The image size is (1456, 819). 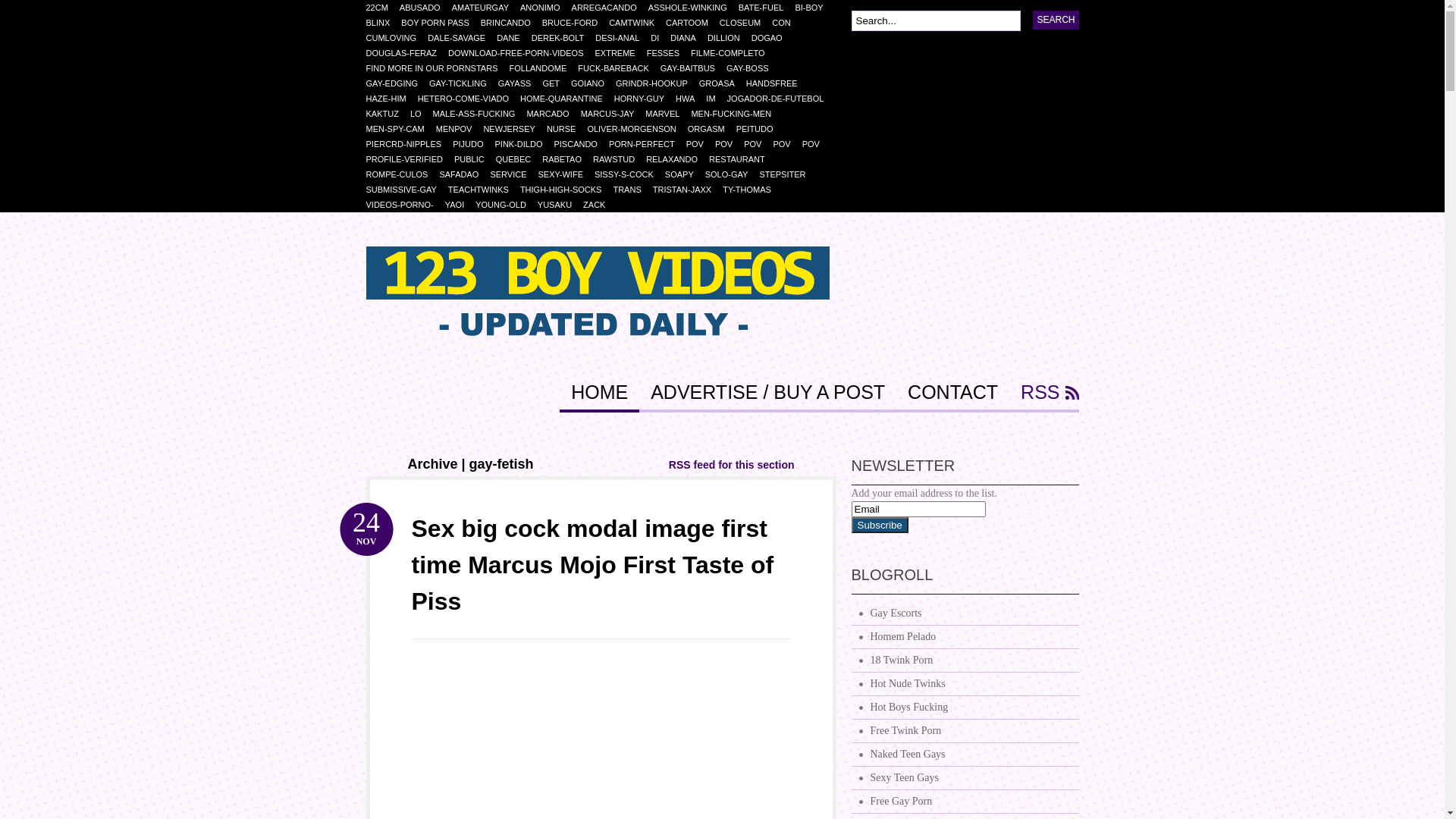 I want to click on 'DOWNLOAD-FREE-PORN-VIDEOS', so click(x=521, y=52).